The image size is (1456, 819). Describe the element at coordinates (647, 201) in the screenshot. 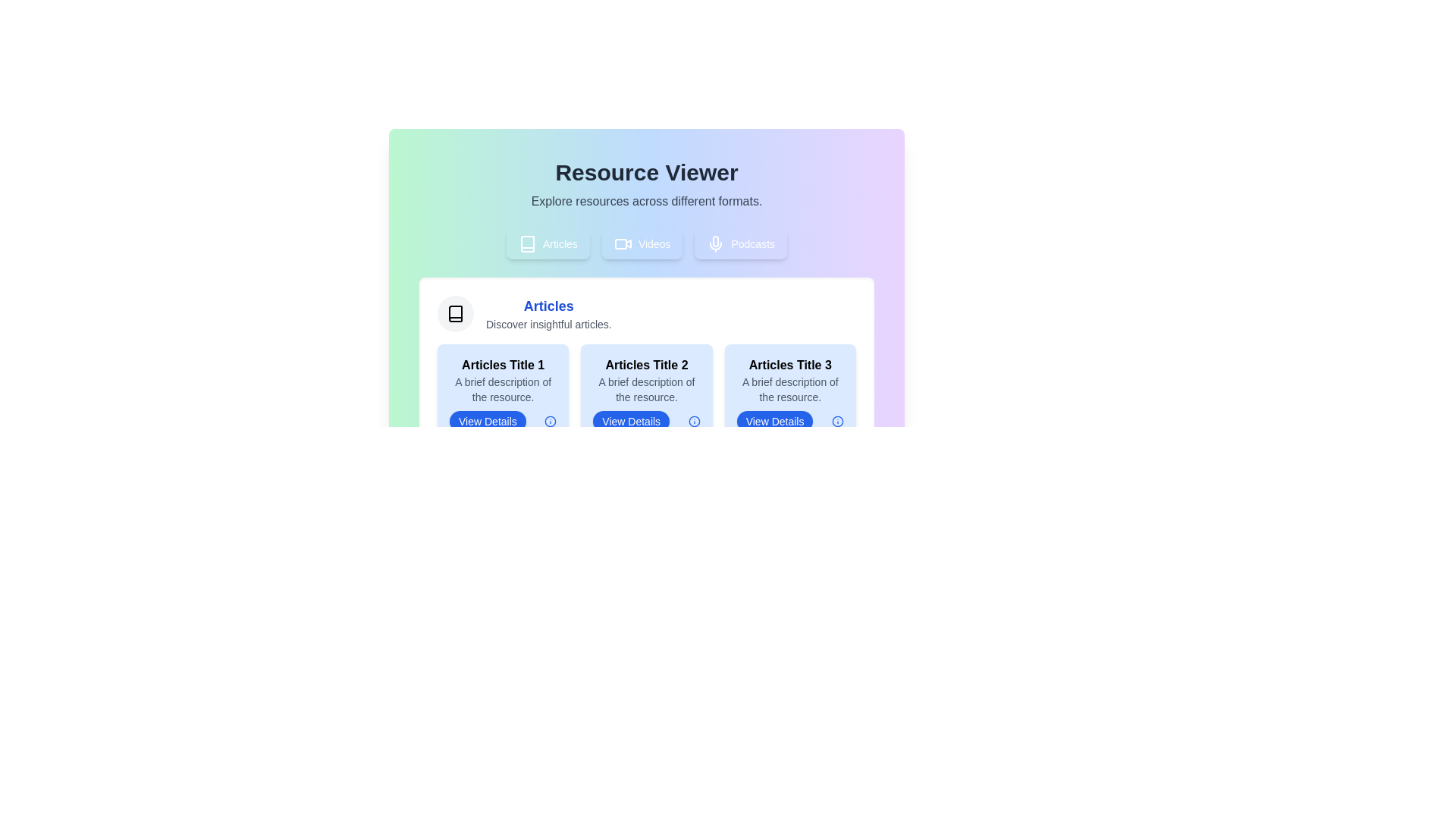

I see `the static text element that reads 'Explore resources across different formats.', which is located just beneath the heading 'Resource Viewer'` at that location.